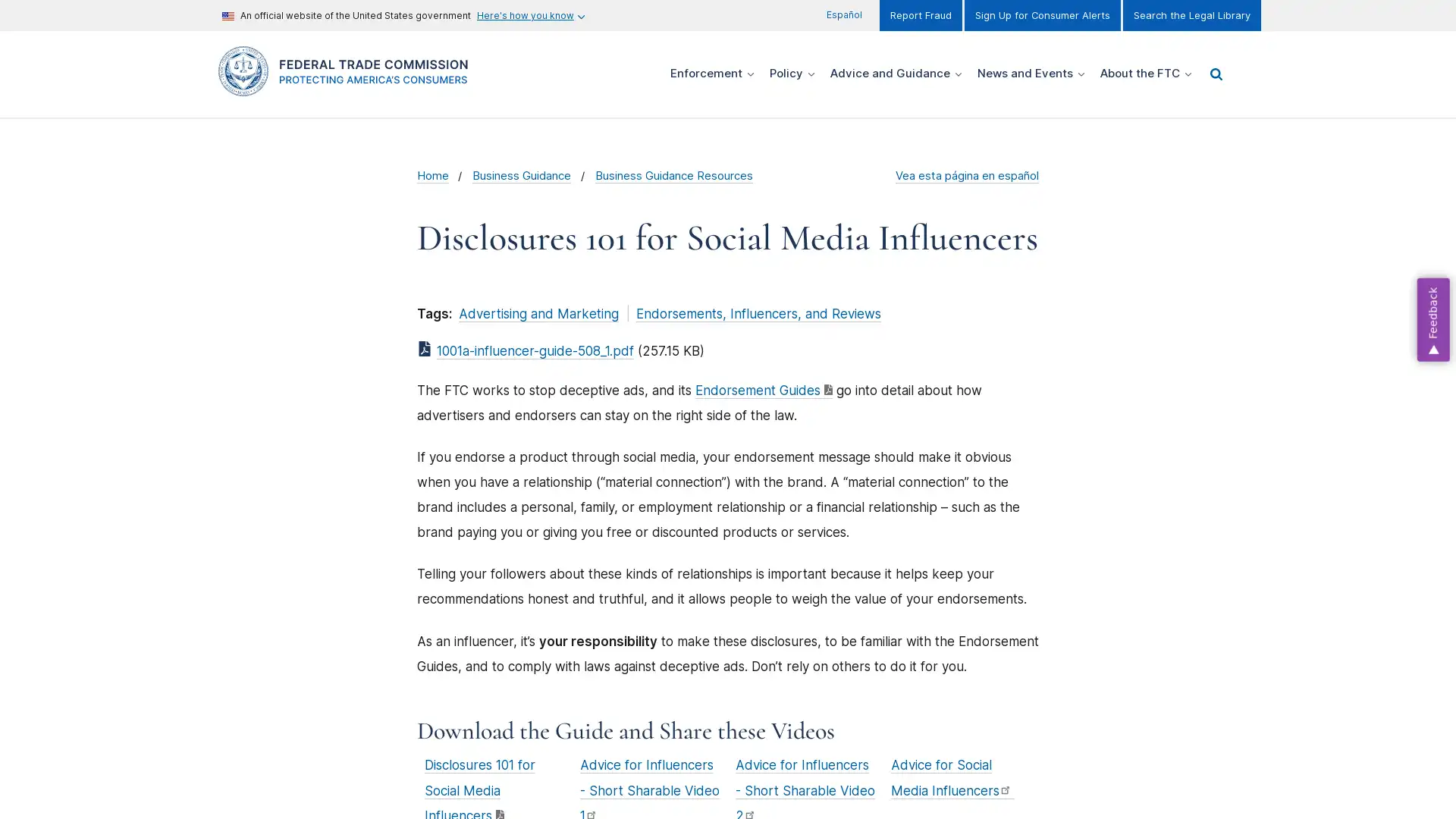 The width and height of the screenshot is (1456, 819). I want to click on Show/hide News and Events menu items, so click(1032, 74).